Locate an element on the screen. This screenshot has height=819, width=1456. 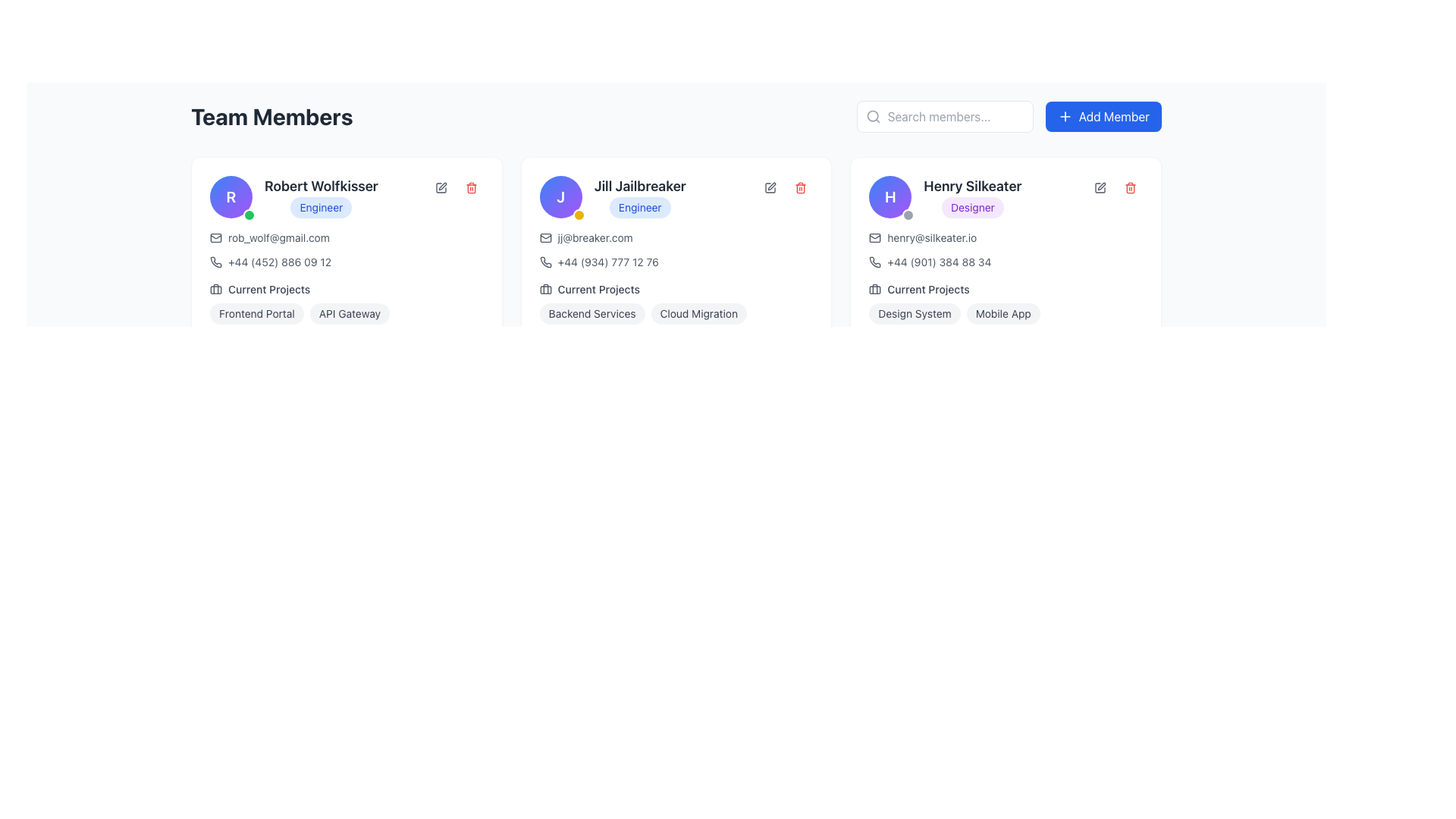
the tag displaying 'Frontend Portal', which has a light gray background and rounded corners is located at coordinates (256, 312).